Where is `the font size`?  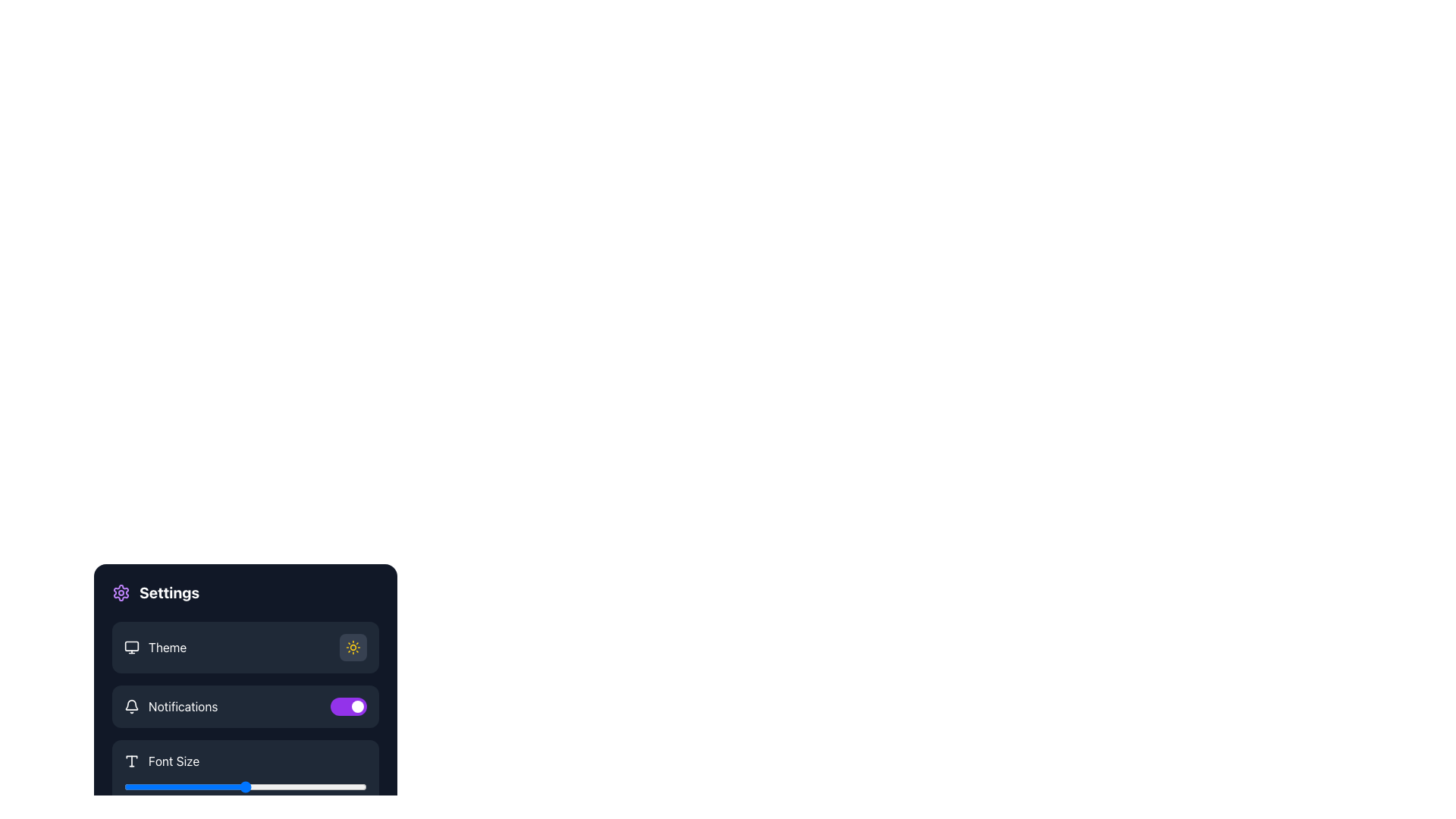 the font size is located at coordinates (180, 786).